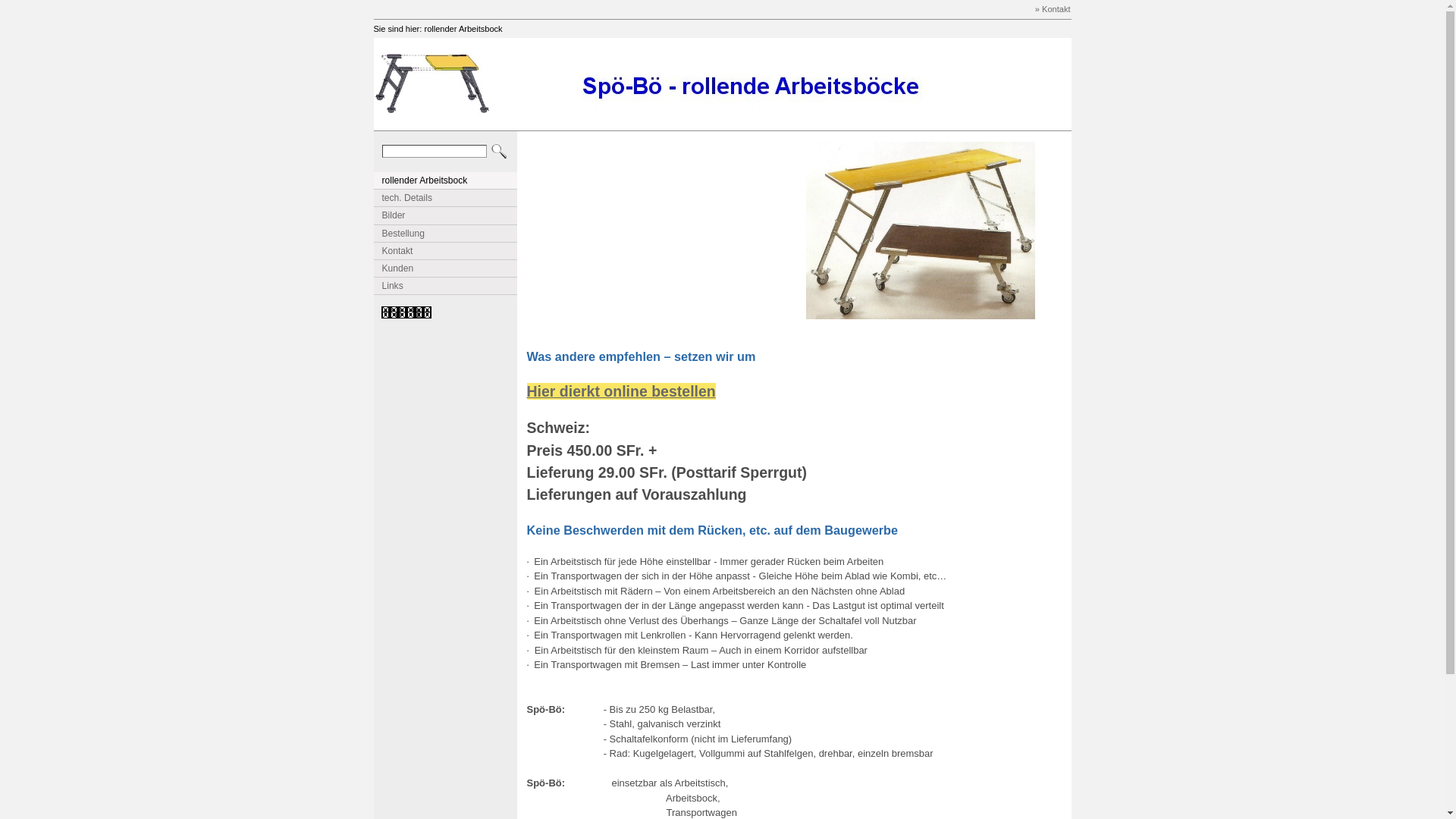 This screenshot has width=1456, height=819. Describe the element at coordinates (444, 250) in the screenshot. I see `'Kontakt'` at that location.